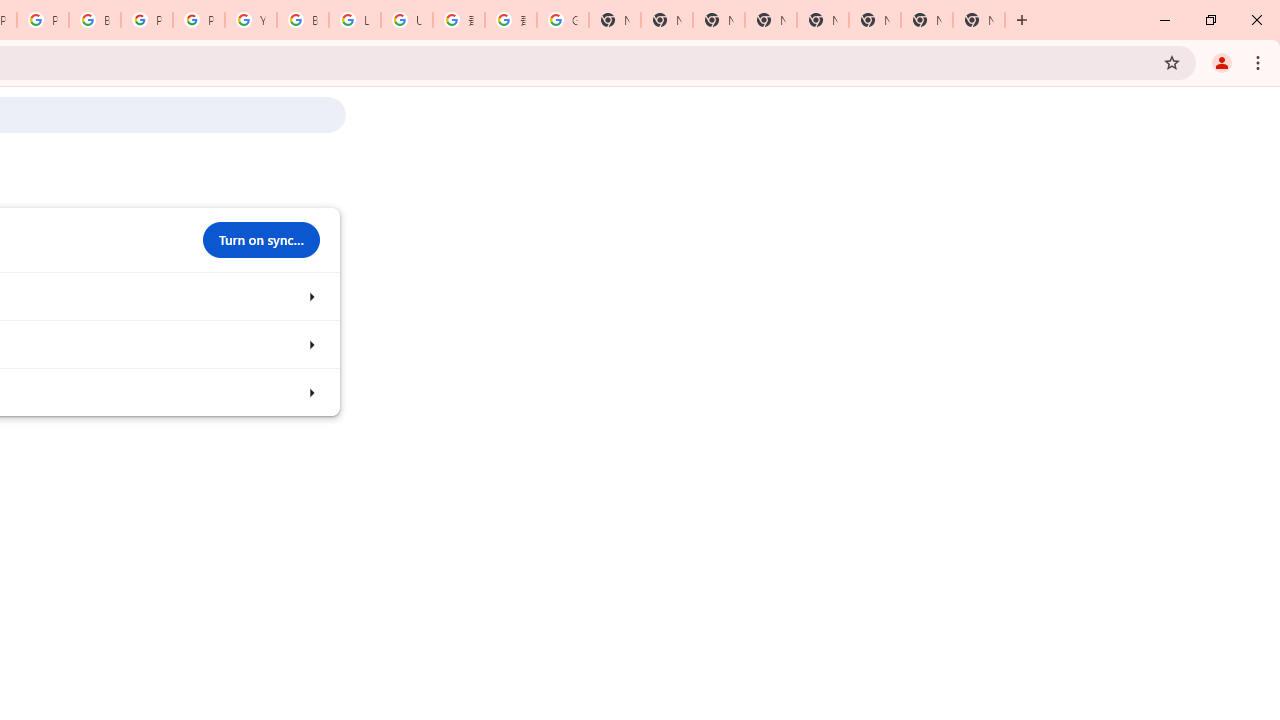  I want to click on 'Import bookmarks and settings', so click(310, 392).